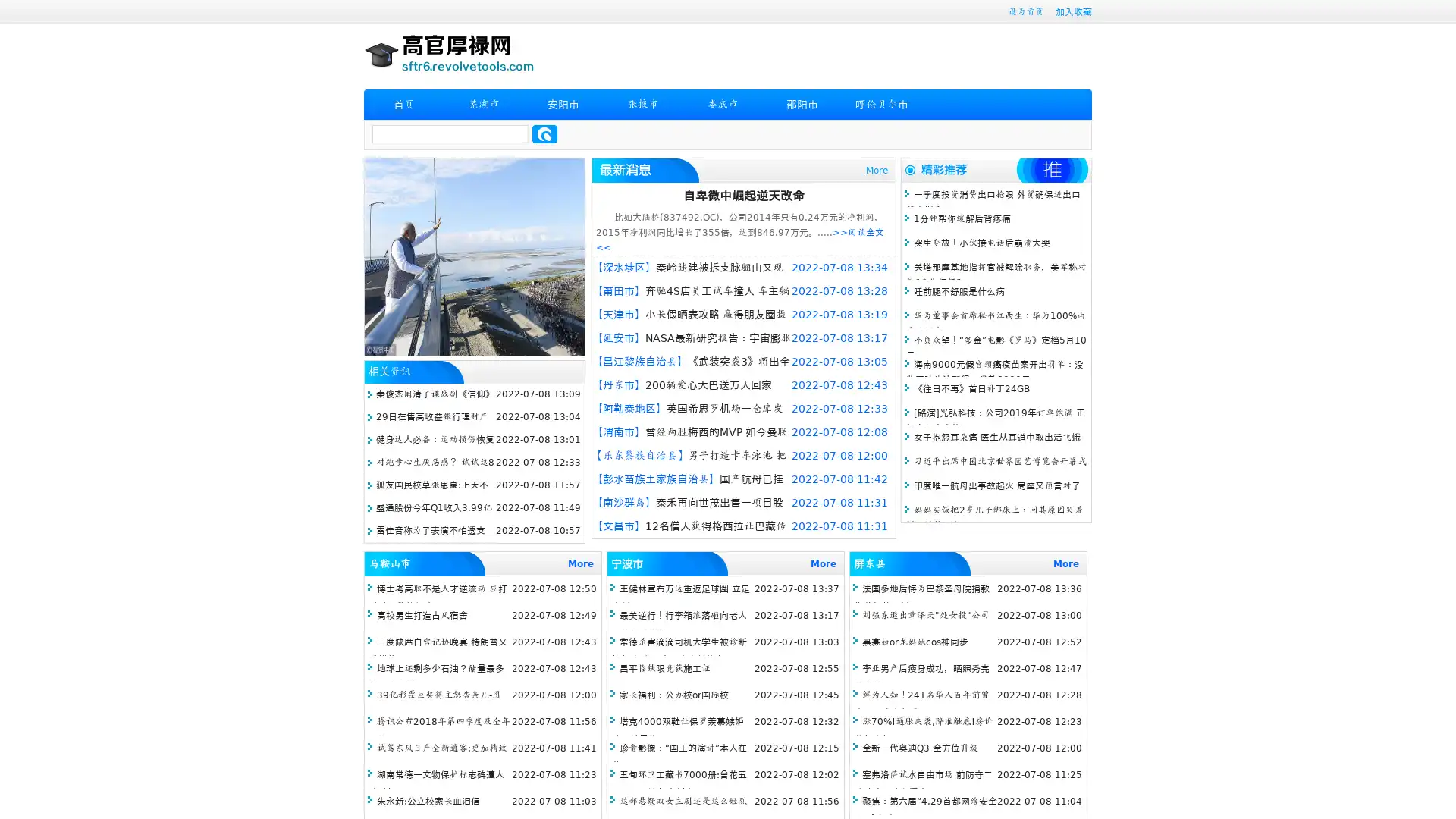 The image size is (1456, 819). I want to click on Search, so click(544, 133).